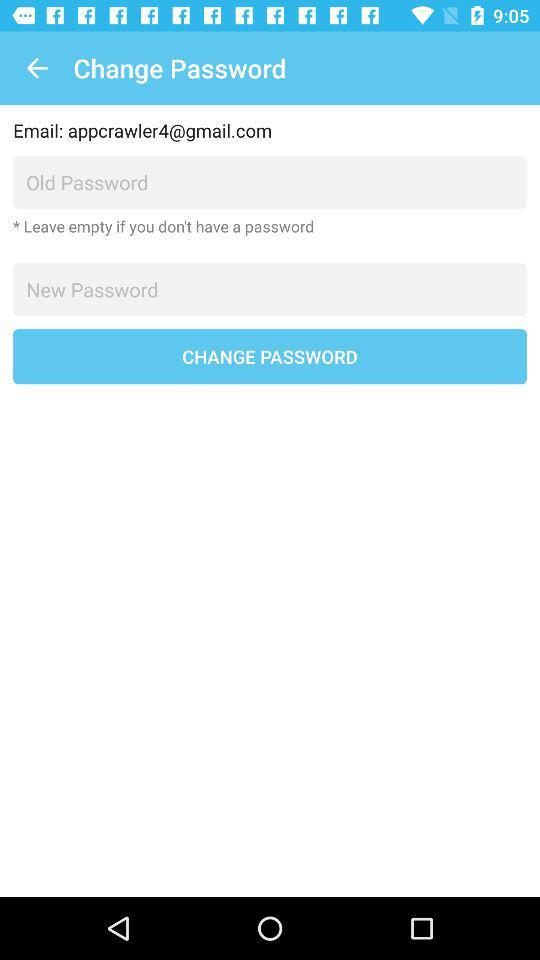  Describe the element at coordinates (270, 182) in the screenshot. I see `old password textfield` at that location.